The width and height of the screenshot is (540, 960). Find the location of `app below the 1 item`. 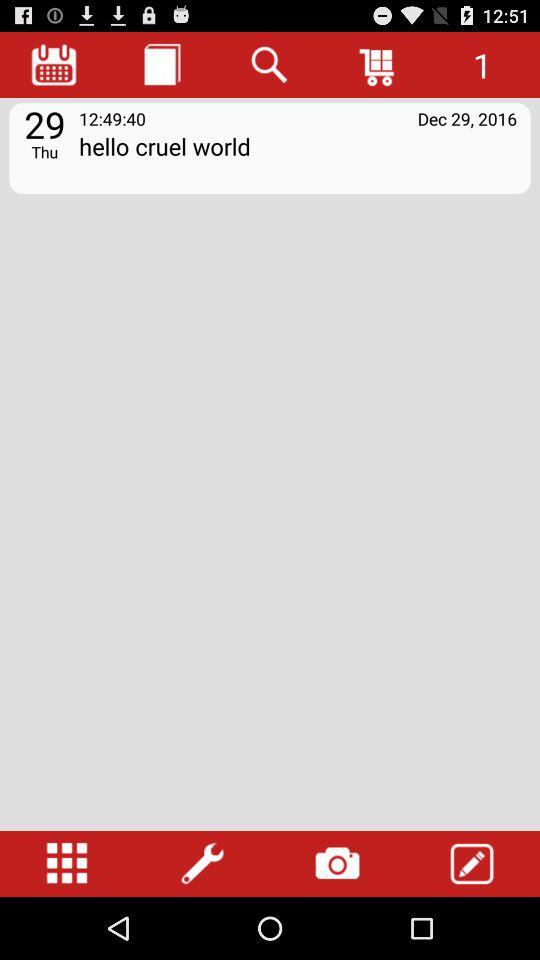

app below the 1 item is located at coordinates (467, 118).